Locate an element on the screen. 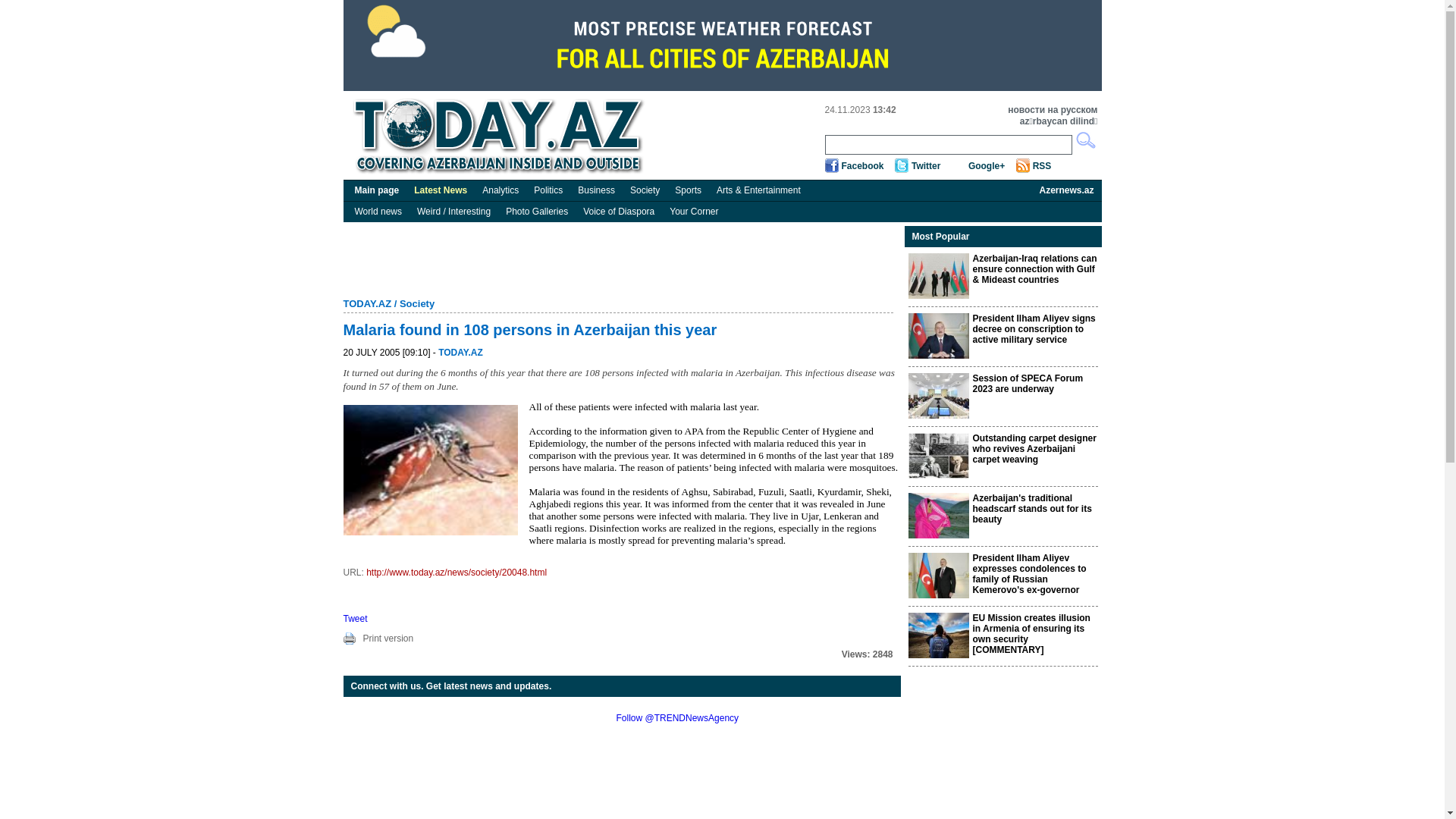 The width and height of the screenshot is (1456, 819). 'Your Corner' is located at coordinates (662, 211).